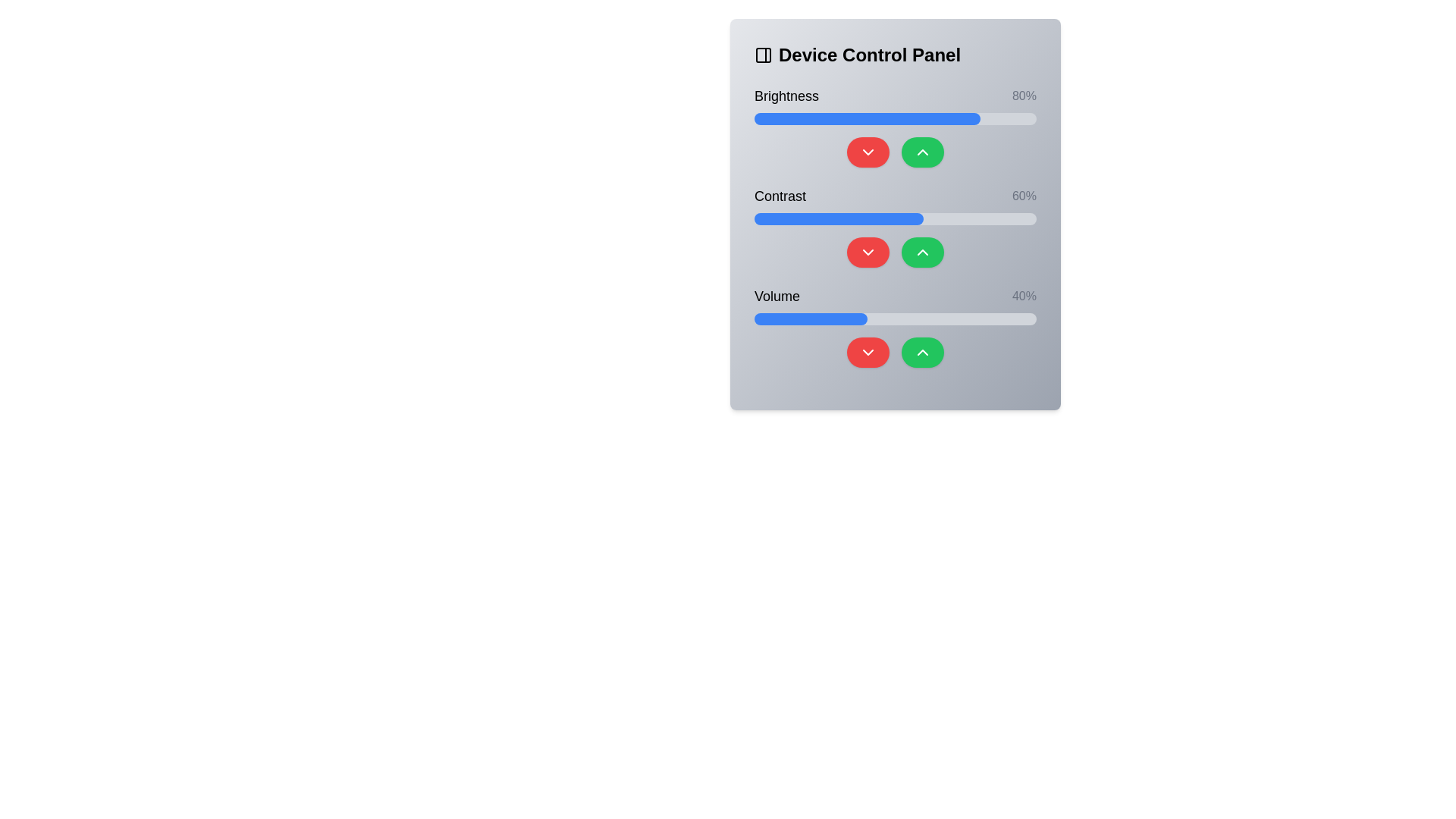  I want to click on the horizontal progress bar under the 'Brightness' label in the 'Device Control Panel', which is styled as a rounded rectangle and filled 80% with blue, so click(895, 118).